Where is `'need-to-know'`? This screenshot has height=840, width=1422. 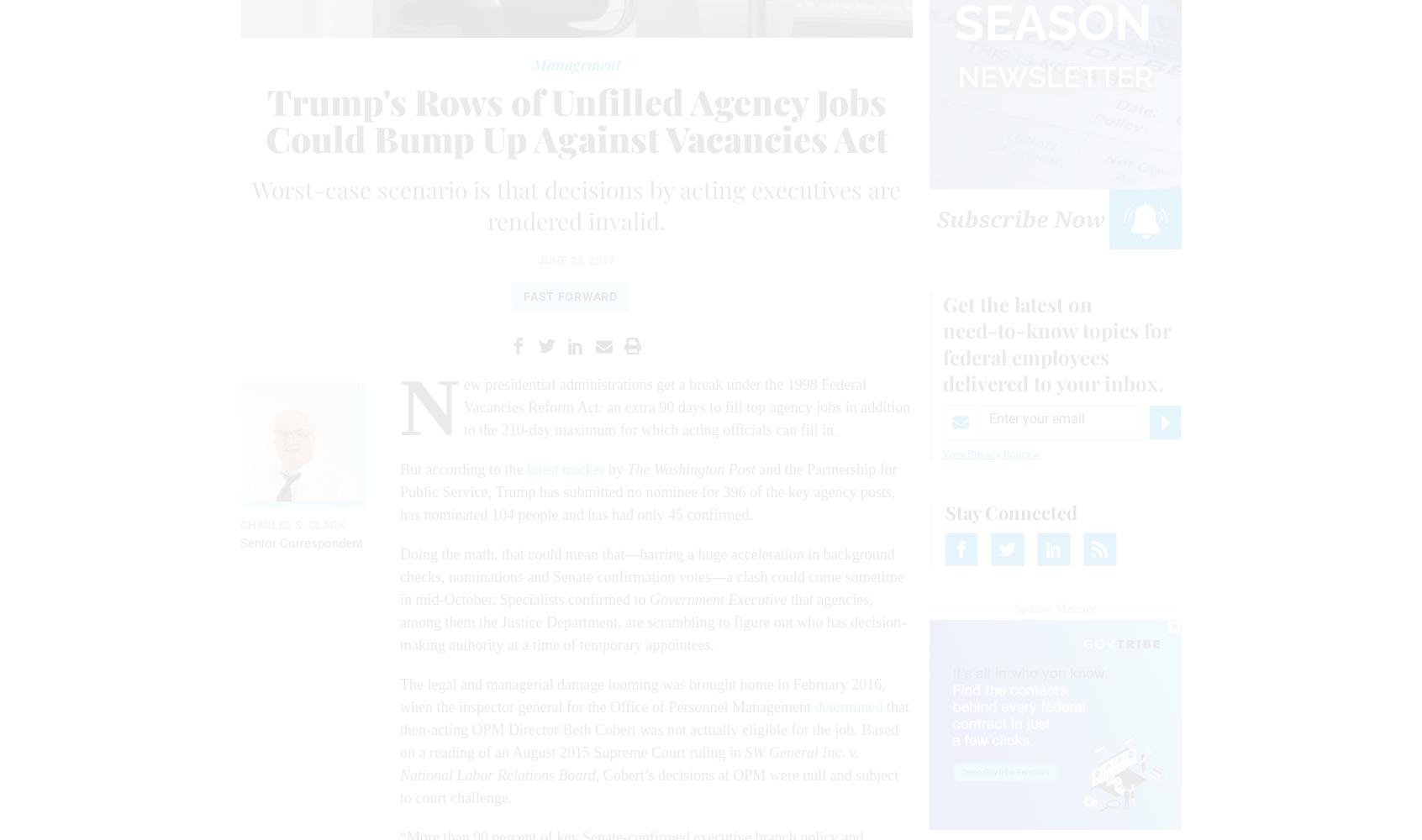 'need-to-know' is located at coordinates (942, 330).